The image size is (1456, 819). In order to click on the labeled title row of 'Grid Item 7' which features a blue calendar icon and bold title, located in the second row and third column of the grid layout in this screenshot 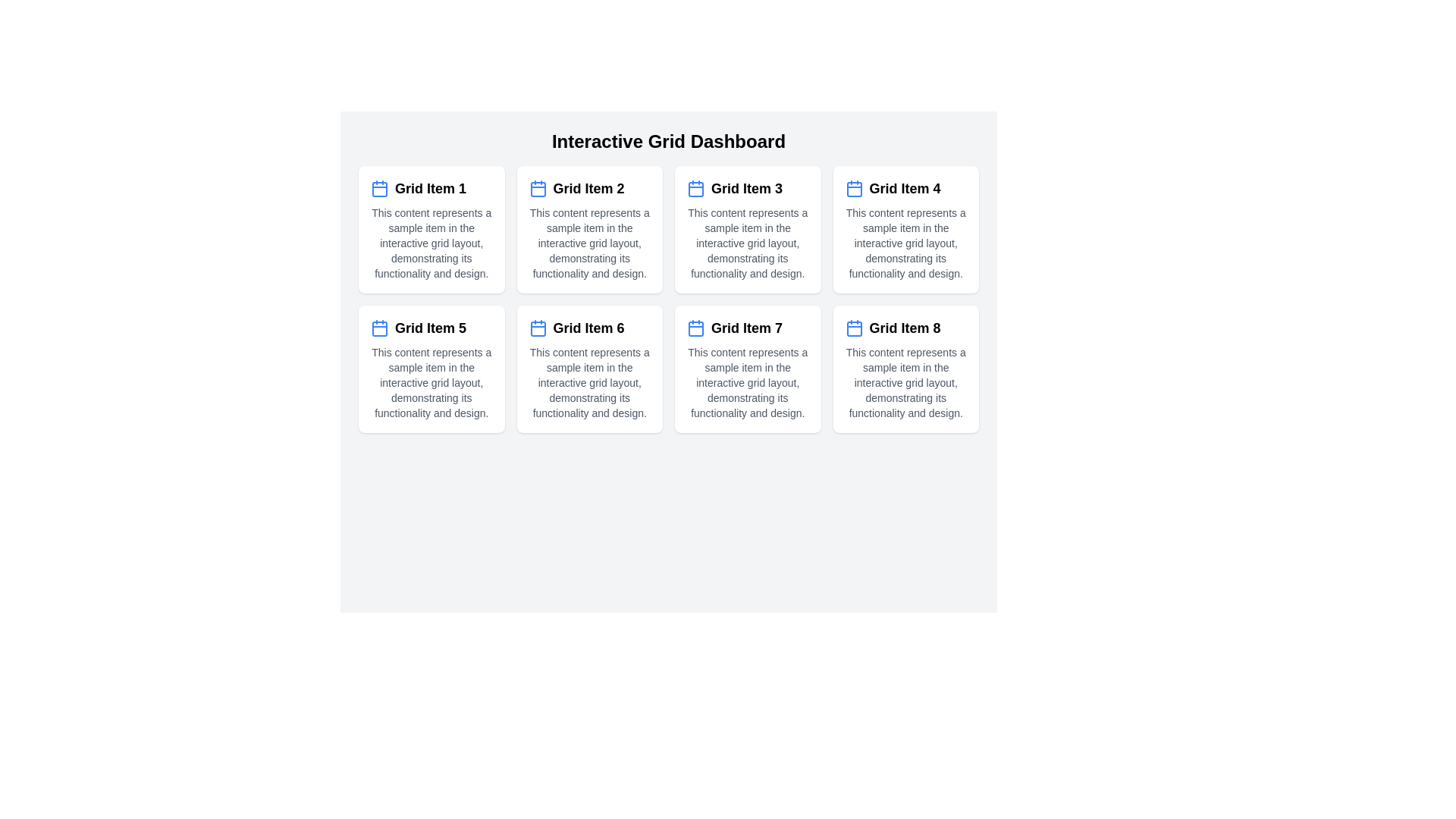, I will do `click(748, 327)`.